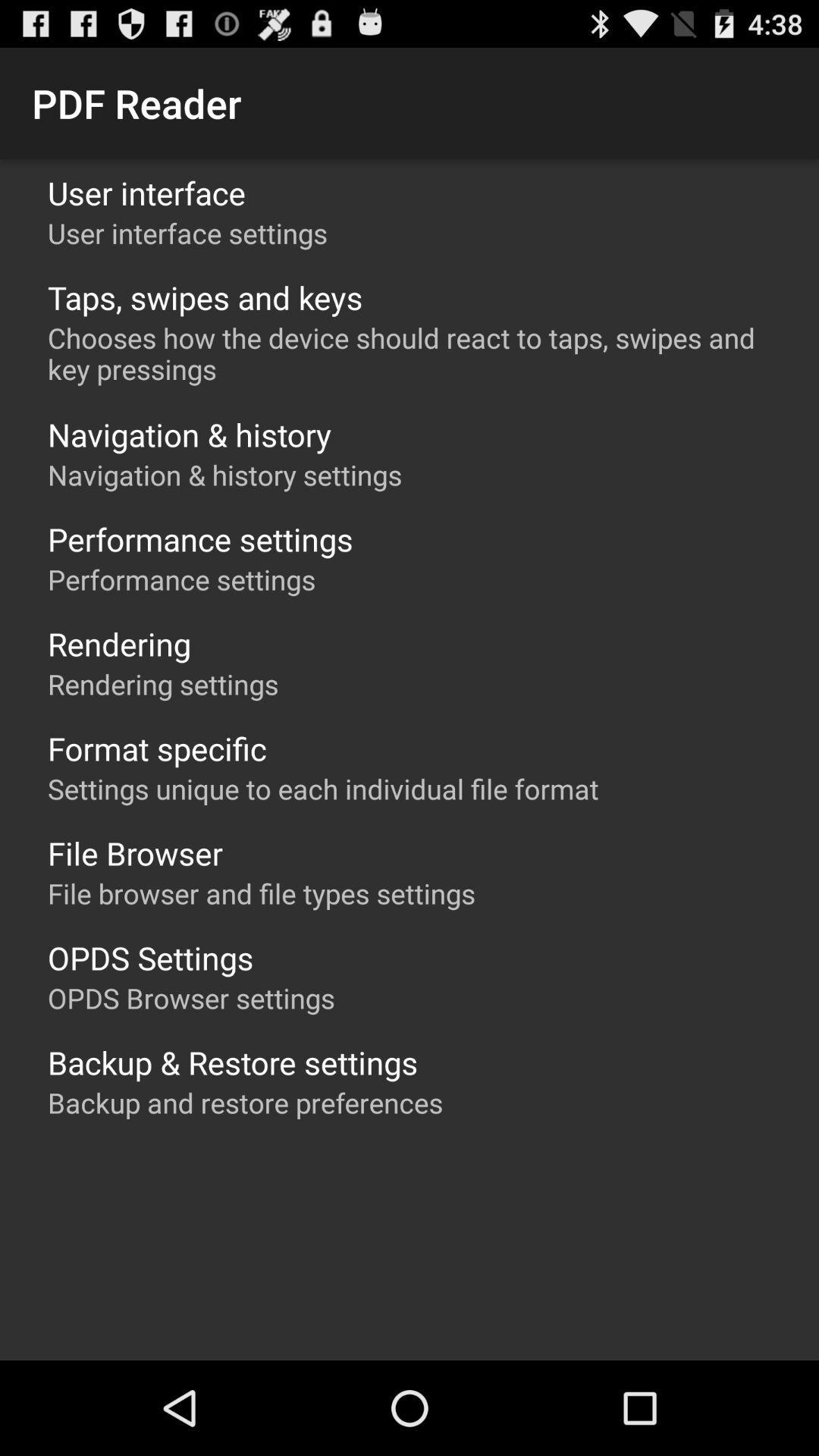 The image size is (819, 1456). I want to click on the icon above the file browser item, so click(322, 789).